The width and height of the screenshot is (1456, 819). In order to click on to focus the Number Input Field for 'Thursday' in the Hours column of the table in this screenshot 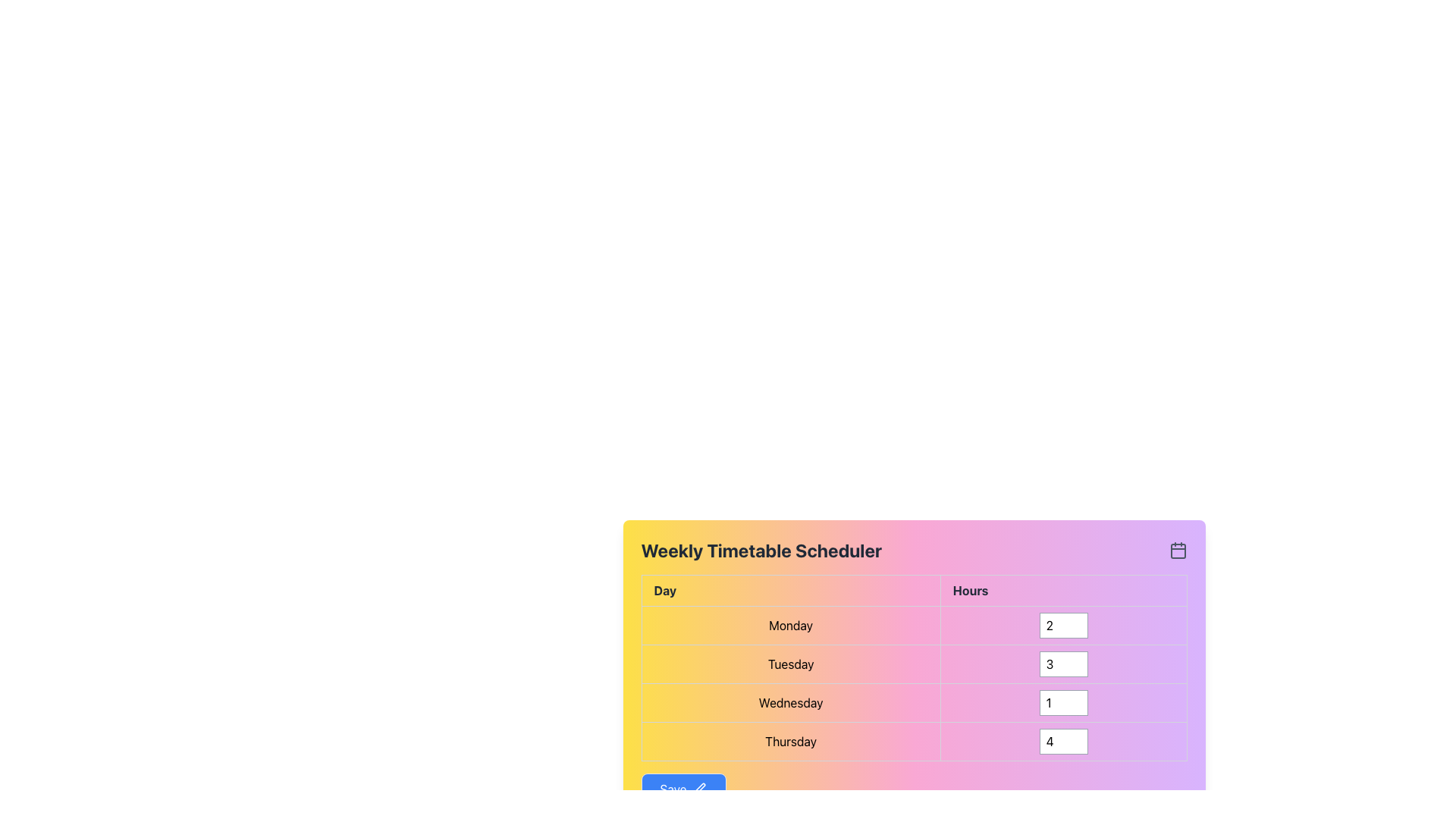, I will do `click(1062, 741)`.